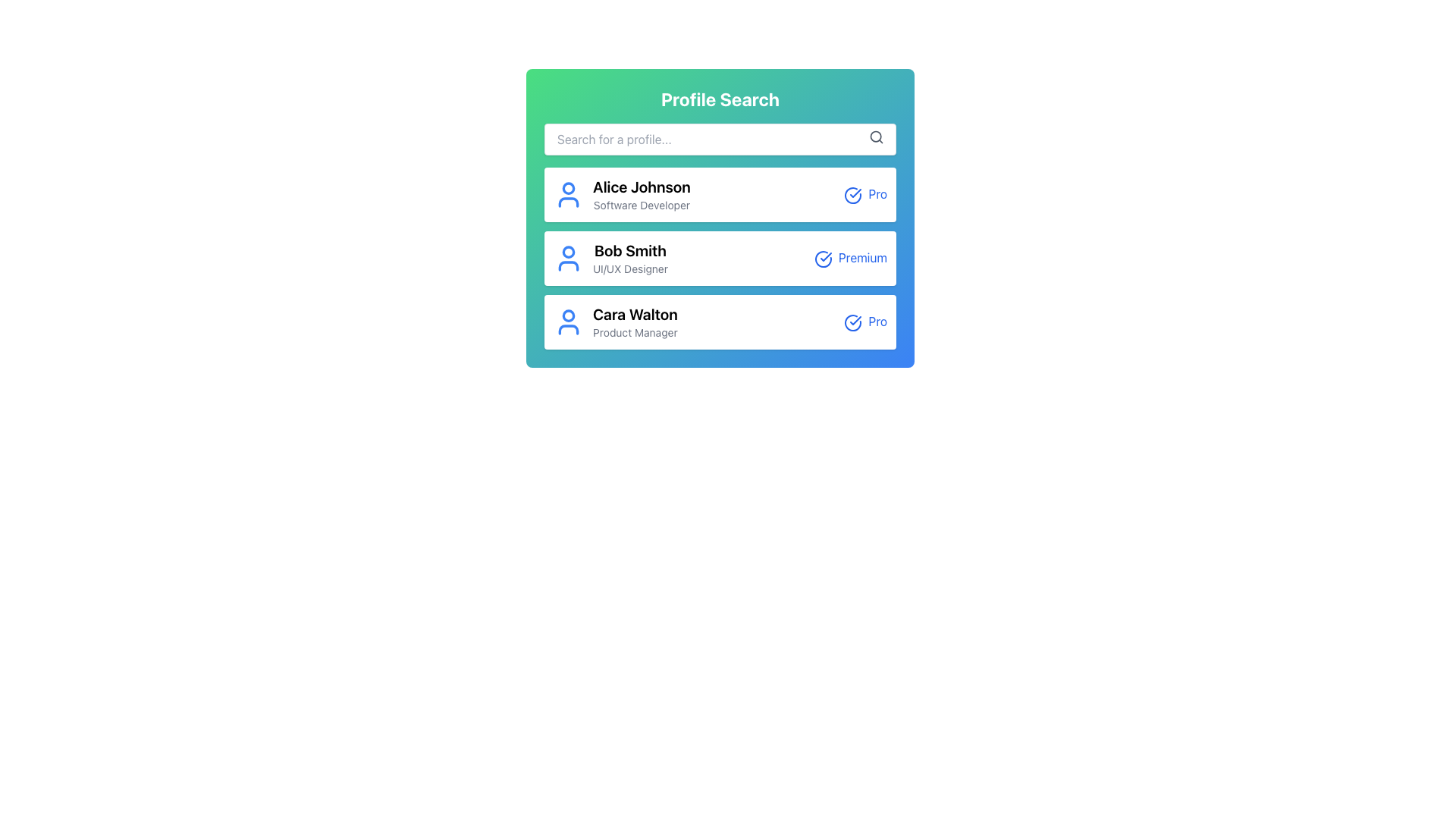 The height and width of the screenshot is (819, 1456). I want to click on the blue checkmark icon located at the right side of Bob Smith's profile entry, so click(855, 192).